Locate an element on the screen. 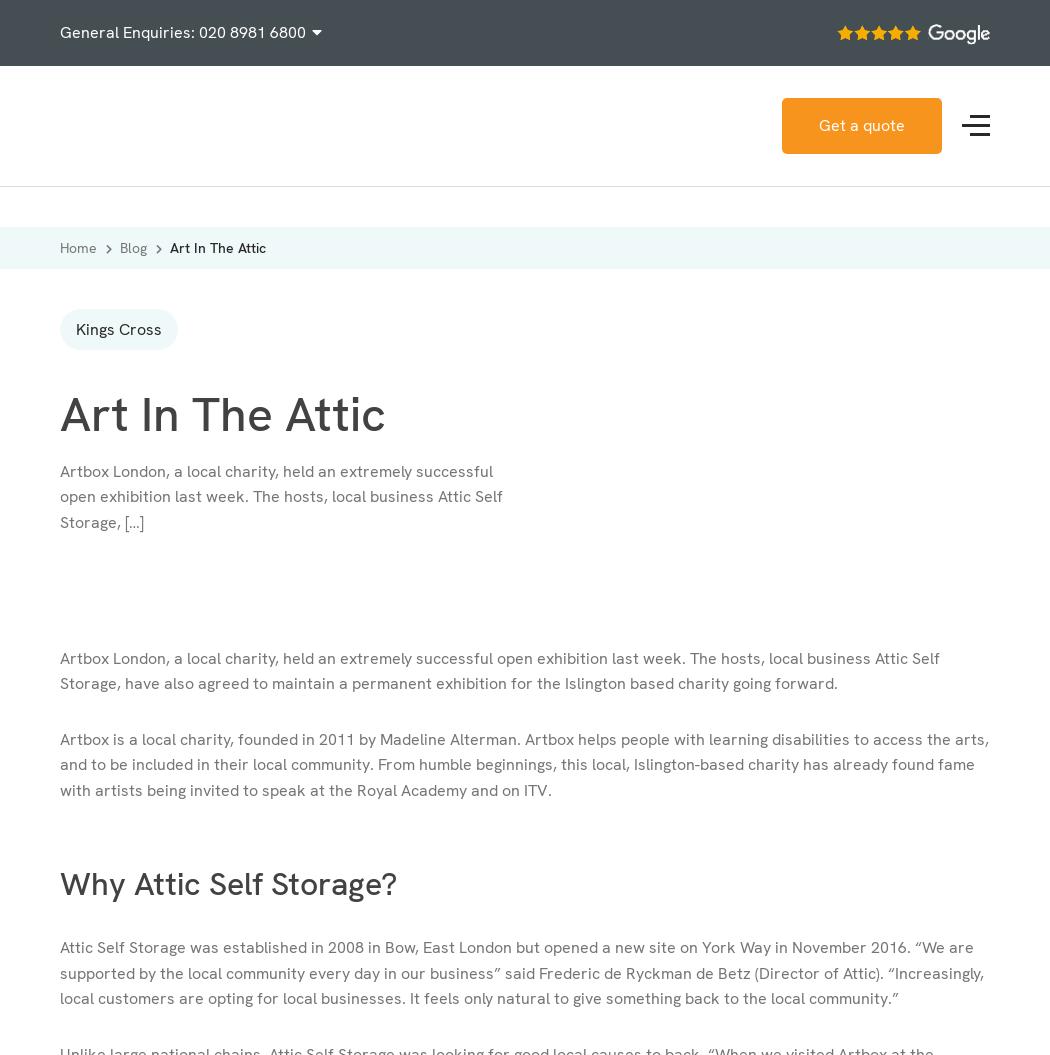 This screenshot has height=1055, width=1050. 'Blog' is located at coordinates (119, 248).